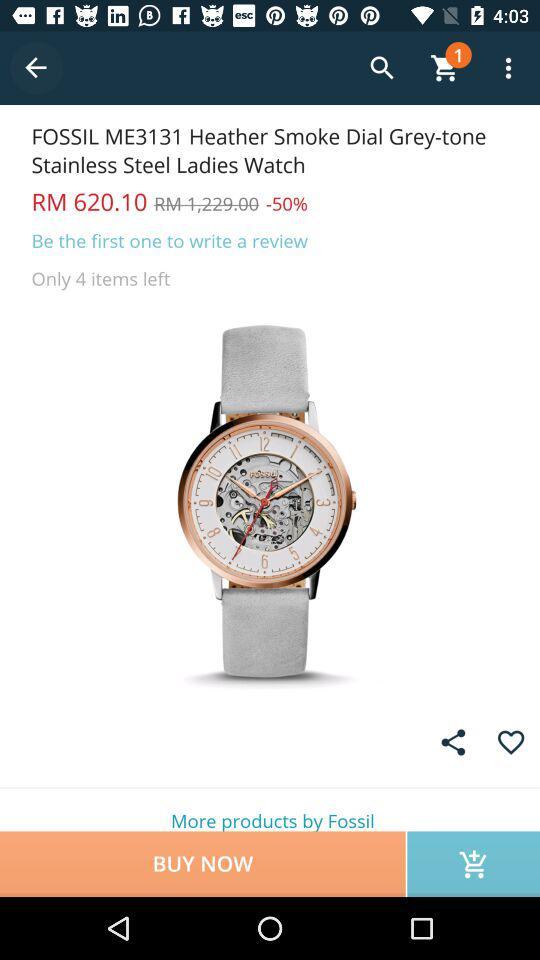 This screenshot has height=960, width=540. Describe the element at coordinates (270, 810) in the screenshot. I see `more products by` at that location.